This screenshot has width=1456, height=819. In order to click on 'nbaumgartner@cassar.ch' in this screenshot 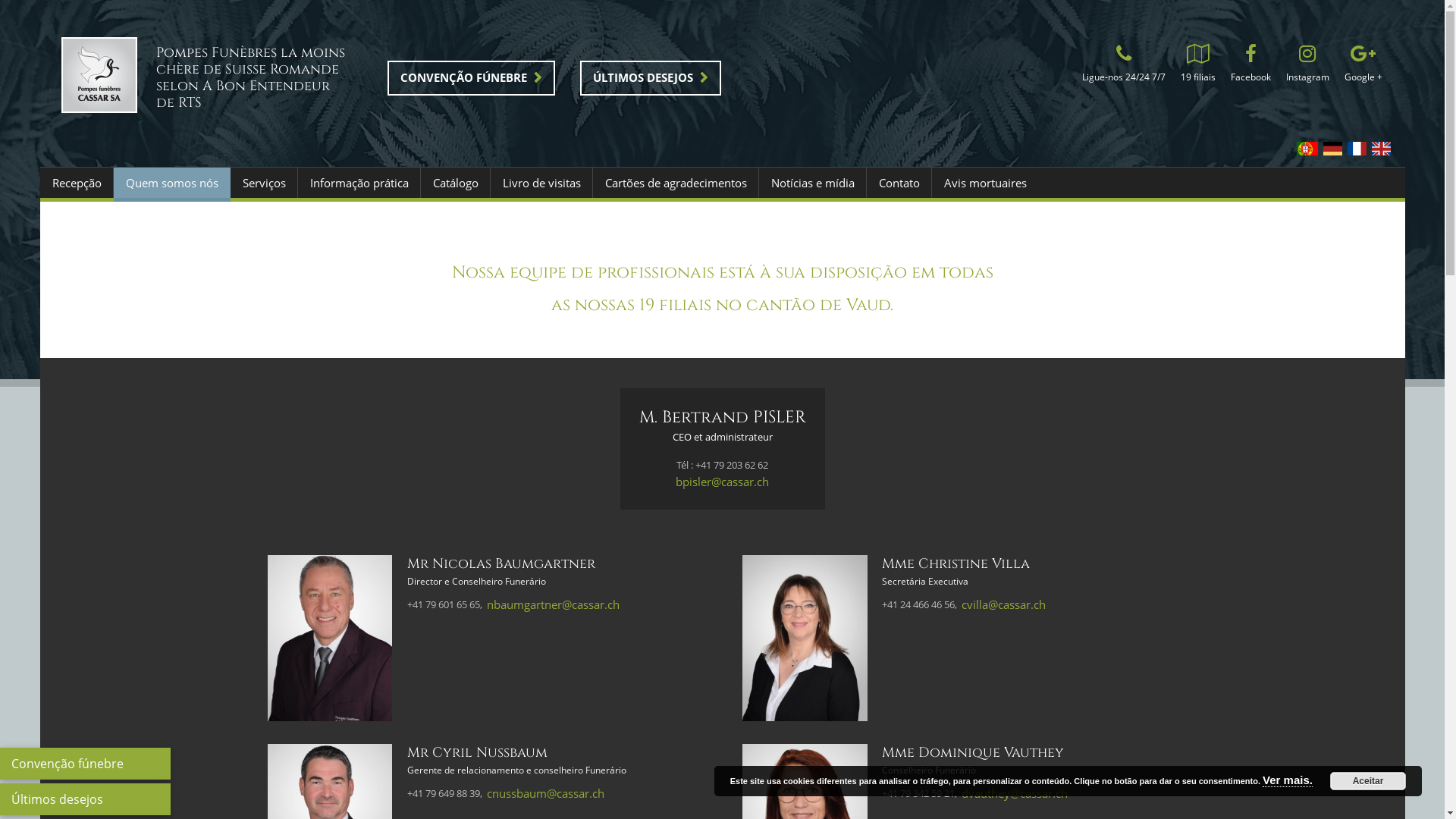, I will do `click(487, 604)`.